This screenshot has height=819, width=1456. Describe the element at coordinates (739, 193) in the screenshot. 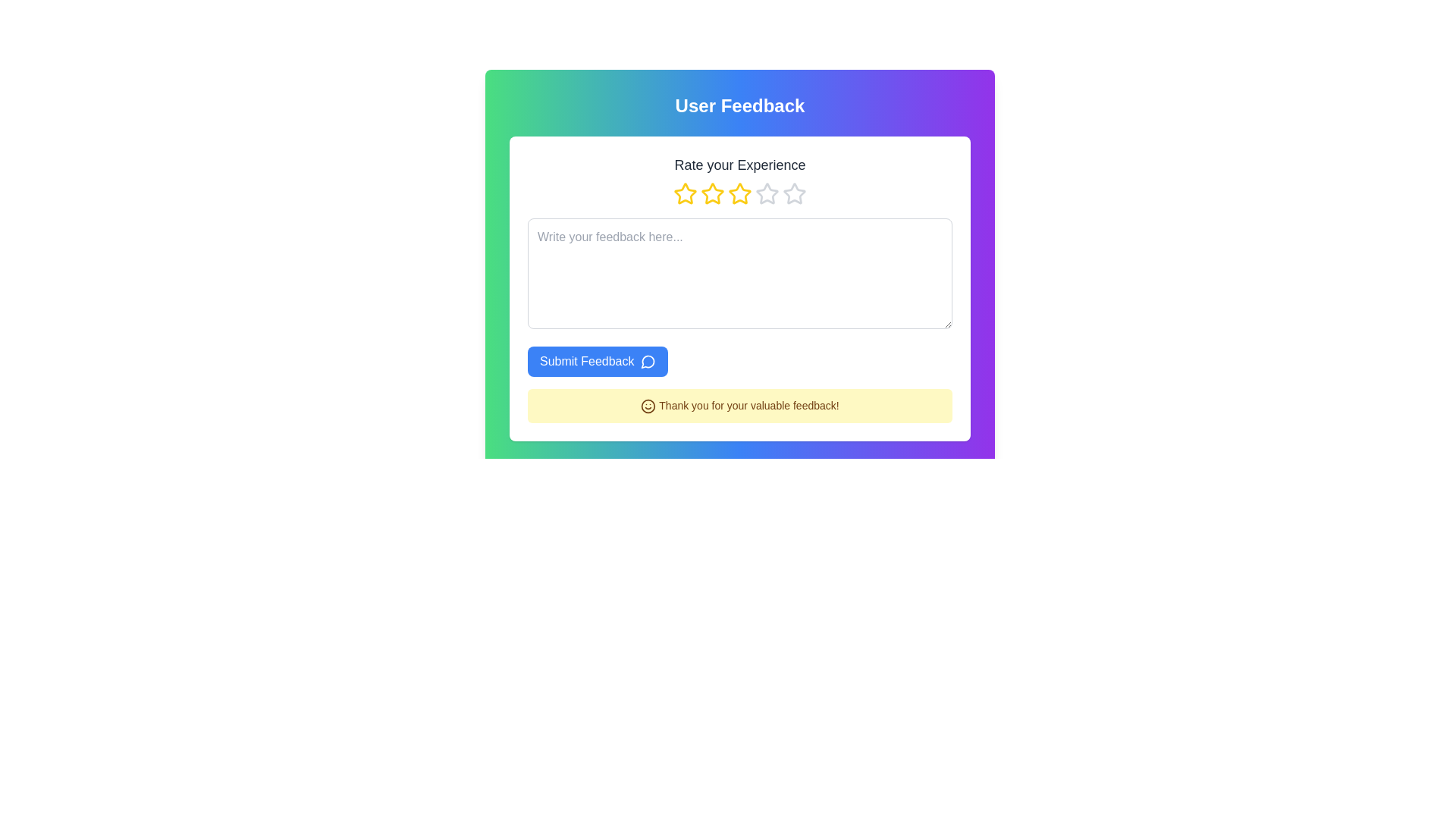

I see `the third star button in the rating system` at that location.